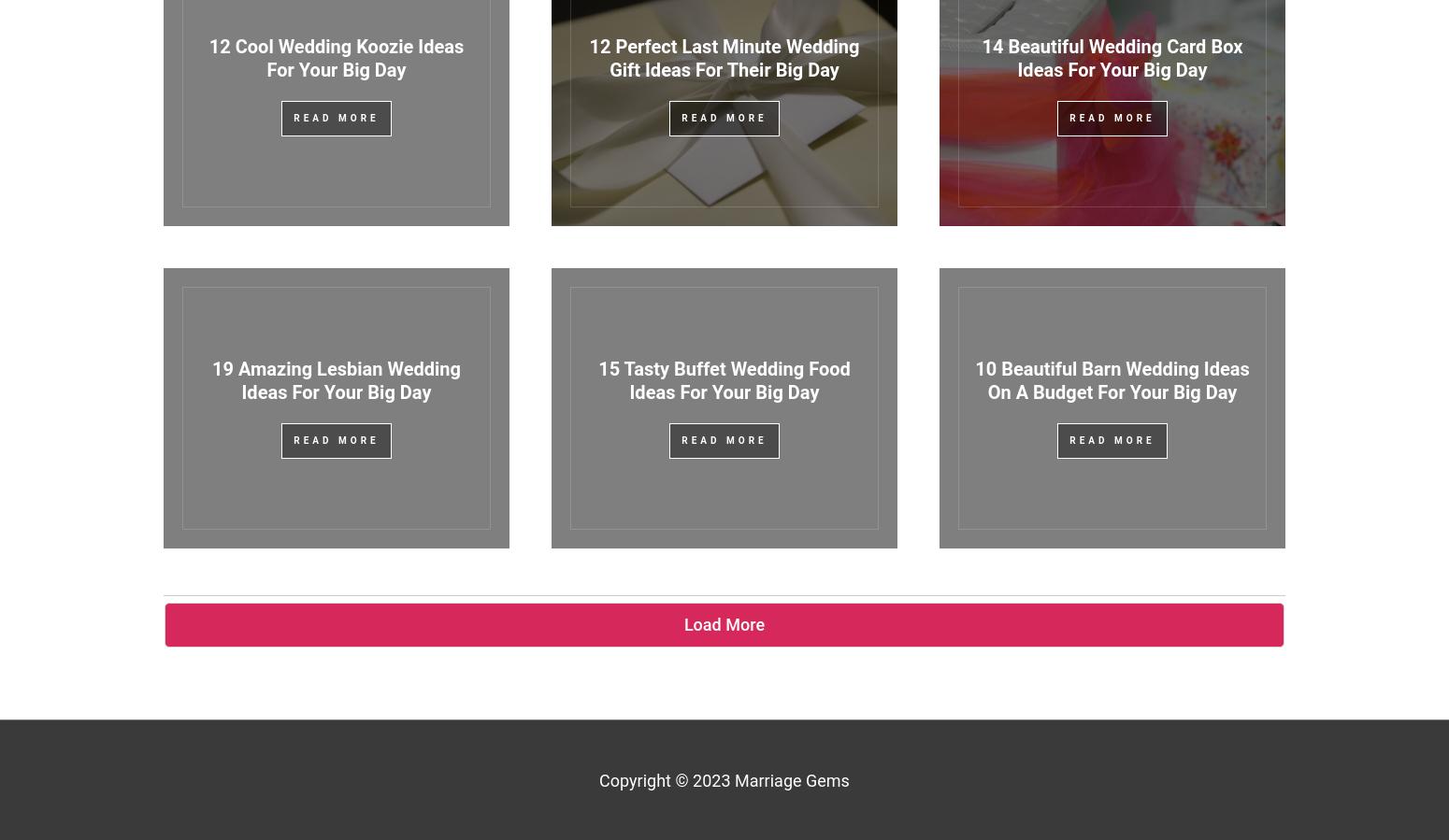 This screenshot has height=840, width=1449. I want to click on '10 Beautiful Barn Wedding Ideas On A Budget For Your Big Day', so click(974, 379).